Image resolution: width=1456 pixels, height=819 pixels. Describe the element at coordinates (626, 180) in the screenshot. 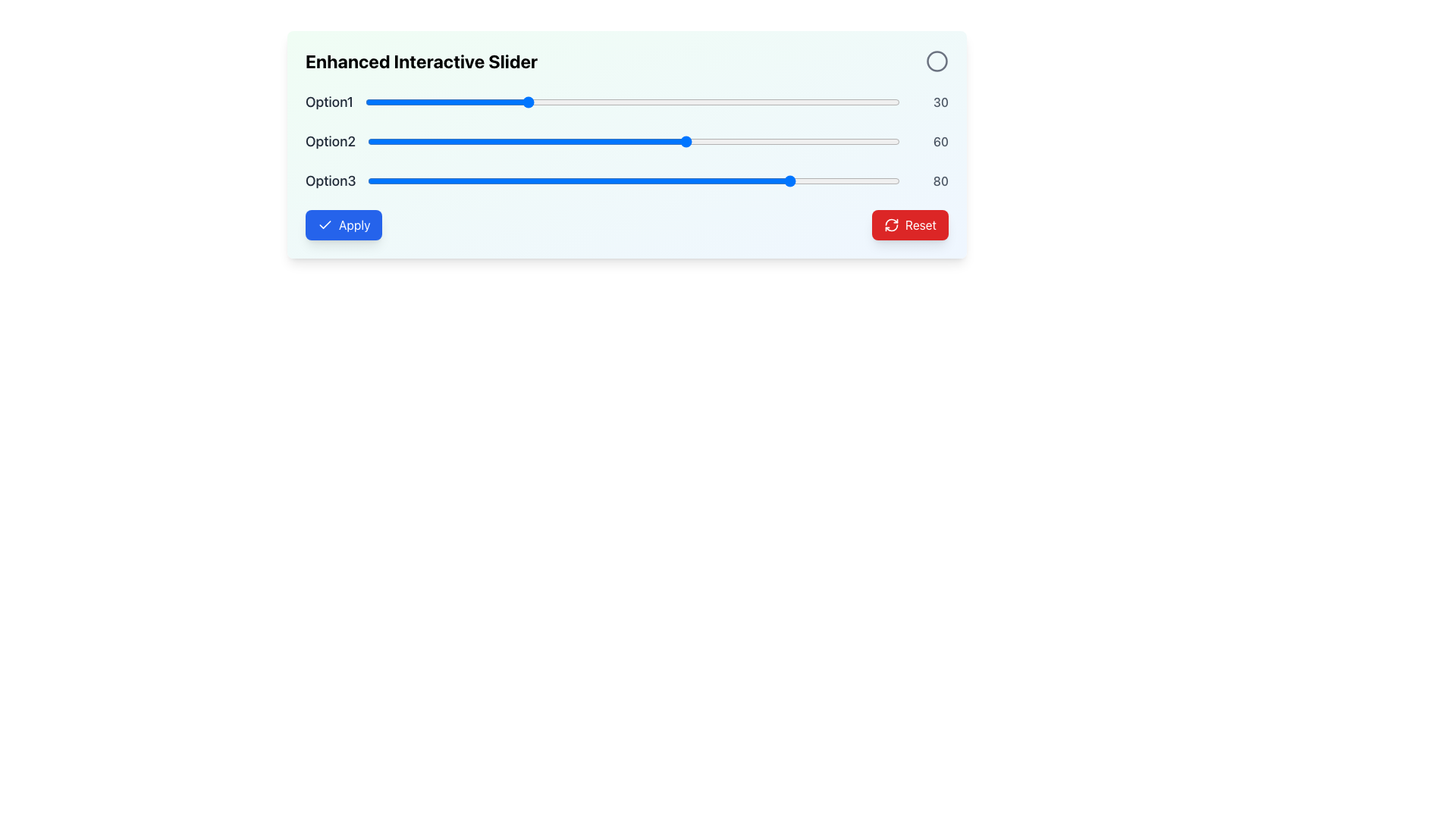

I see `the slider track of the third slider labeled Option3 to set a specific value` at that location.